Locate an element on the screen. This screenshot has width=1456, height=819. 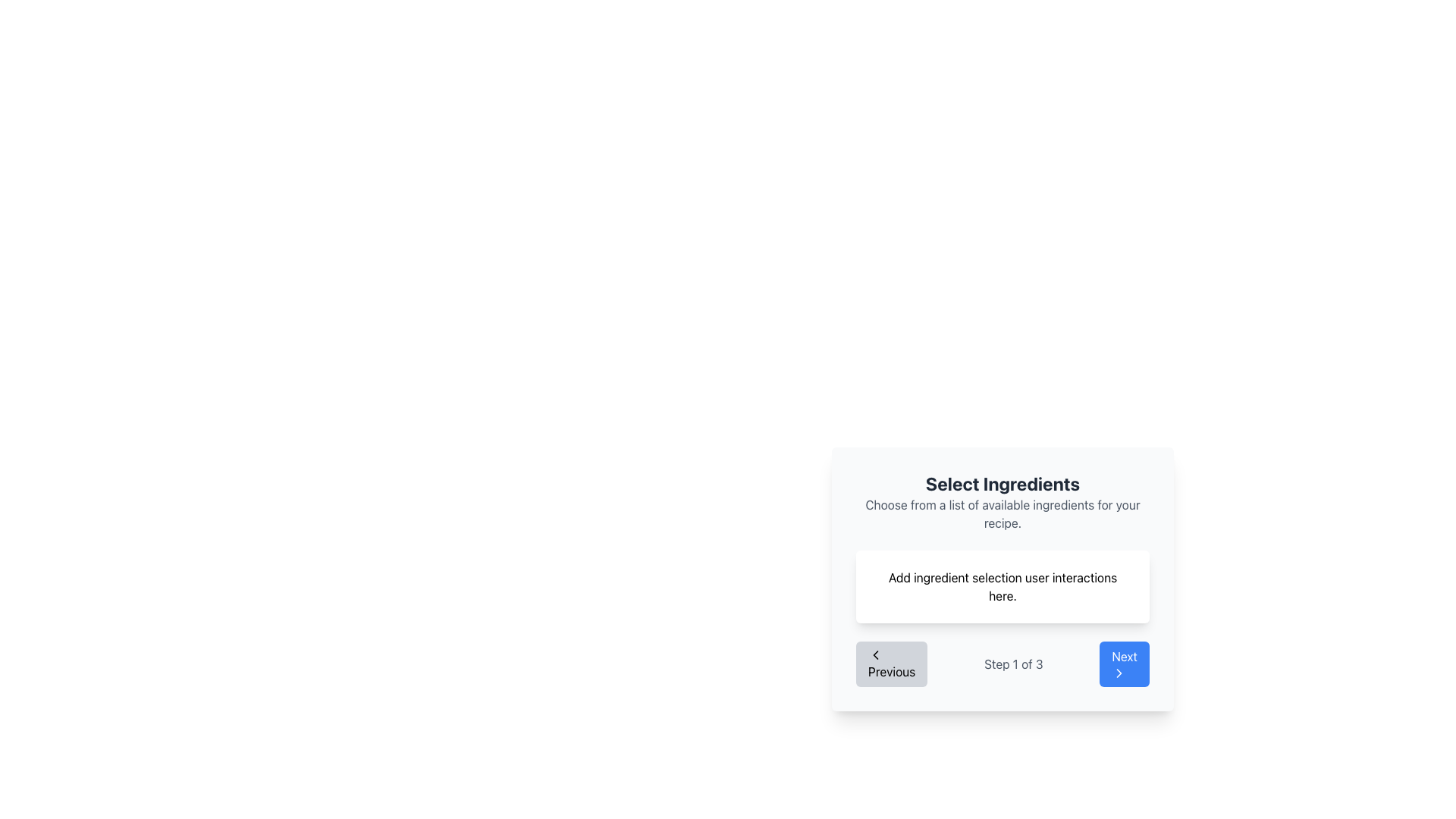
the 'Next' button located at the far right of the horizontal navigation bar is located at coordinates (1125, 663).